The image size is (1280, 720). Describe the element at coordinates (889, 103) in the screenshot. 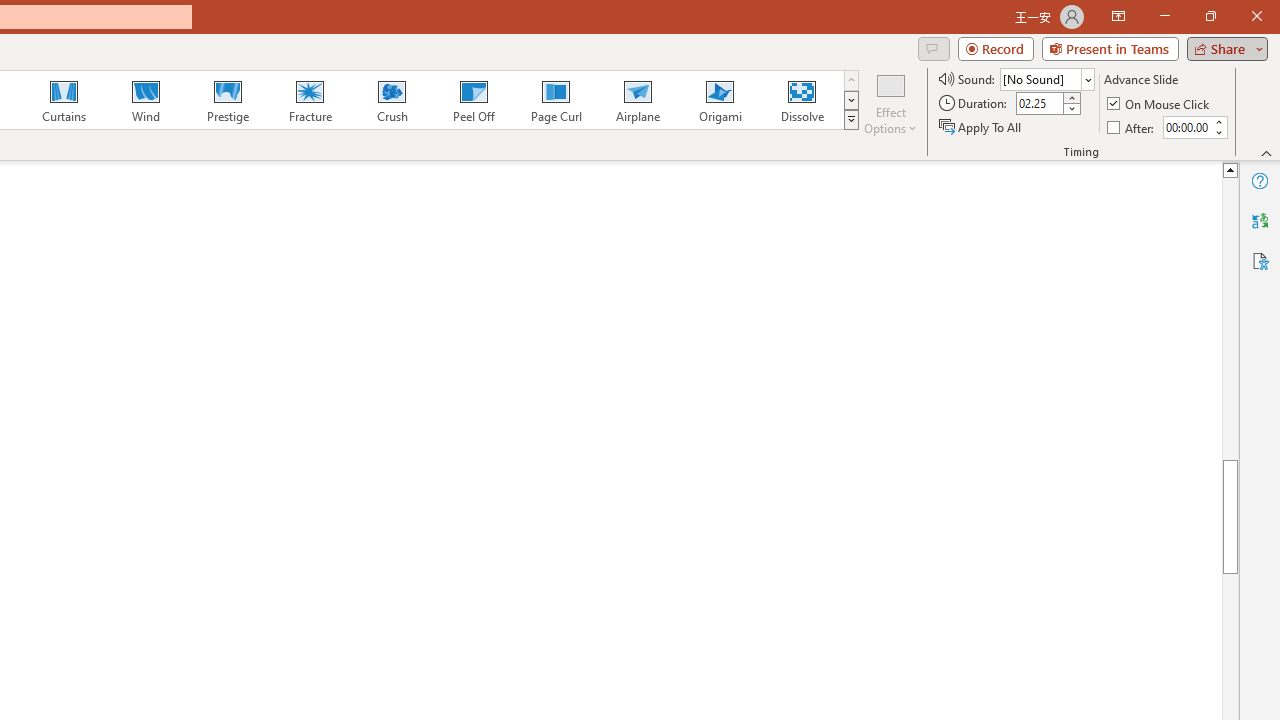

I see `'Effect Options'` at that location.